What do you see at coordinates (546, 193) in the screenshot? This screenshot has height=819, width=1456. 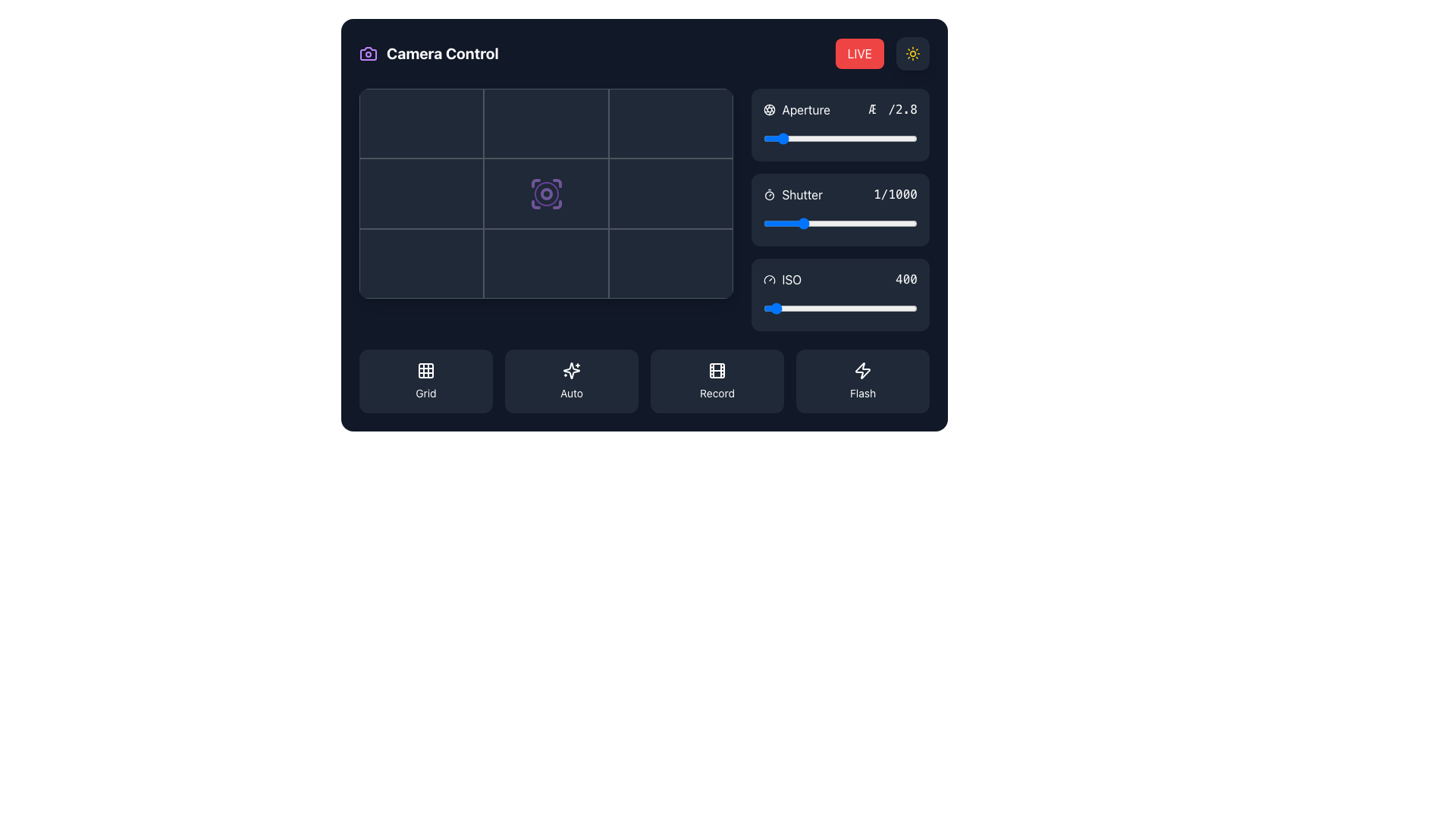 I see `the purple circular icon with a bullseye pattern located at the center of the square grid structure in the application's main view` at bounding box center [546, 193].